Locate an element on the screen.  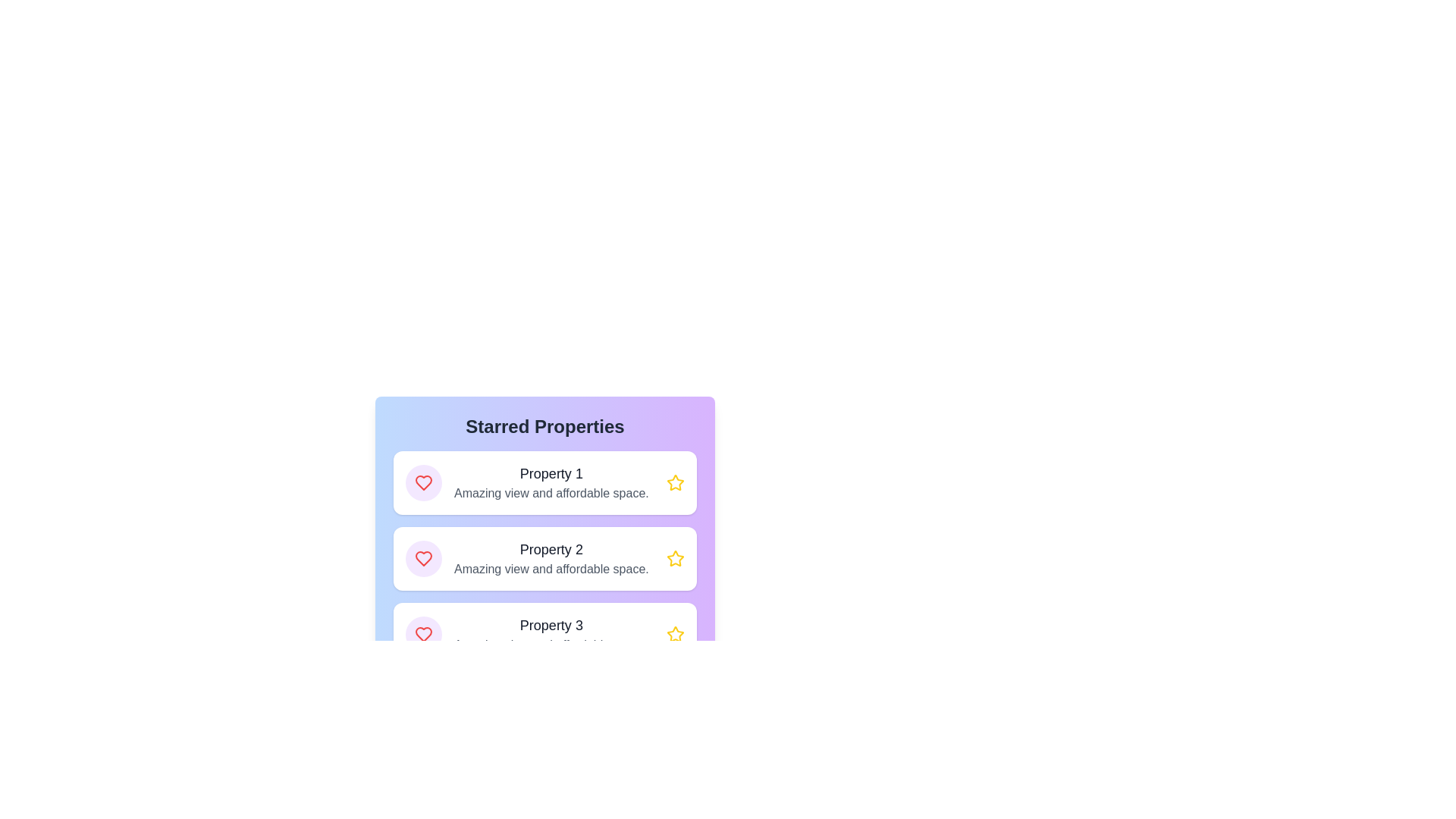
the first list item titled with a description under the 'Starred Properties' heading is located at coordinates (527, 482).